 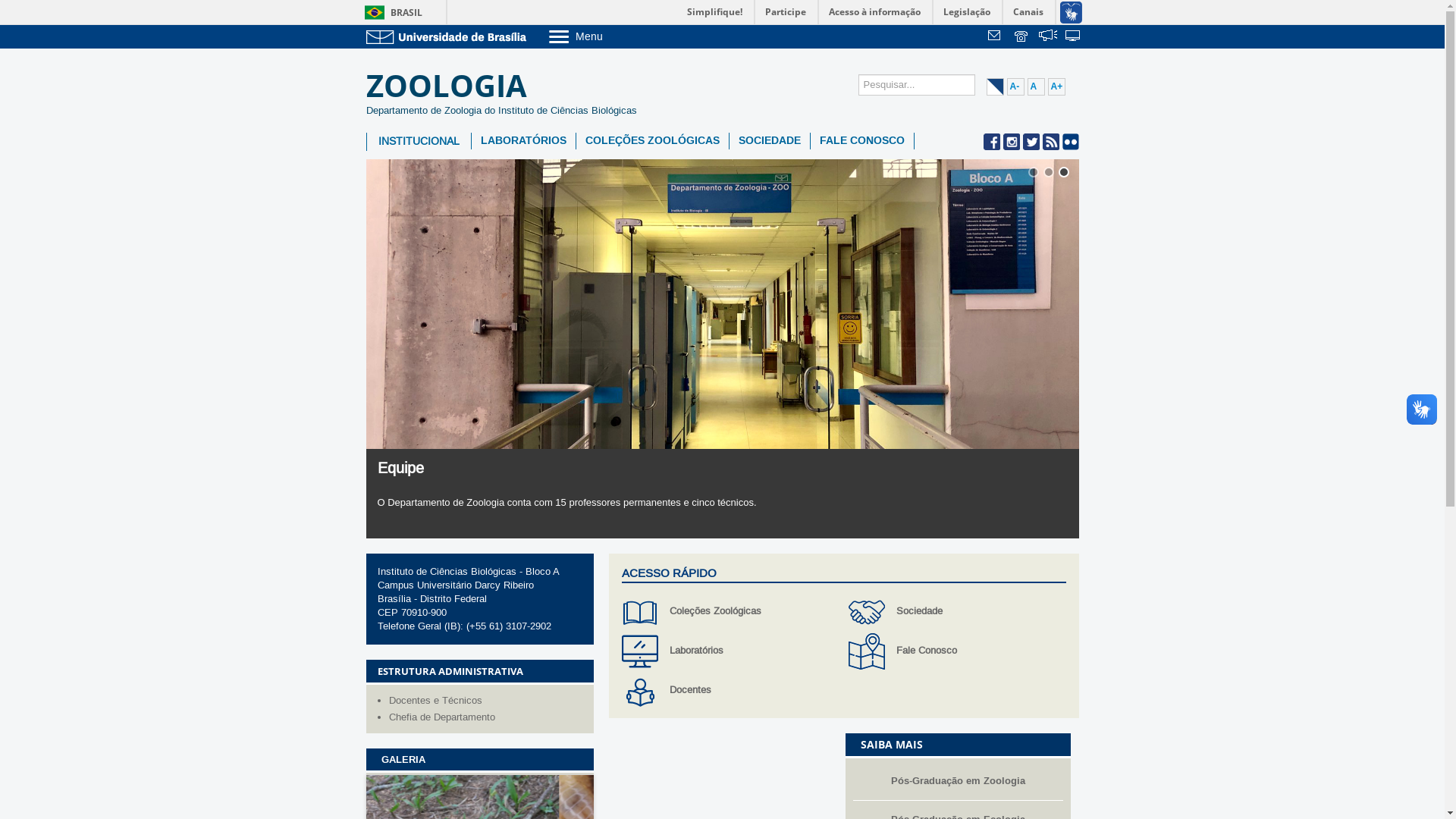 What do you see at coordinates (730, 690) in the screenshot?
I see `'Docentes'` at bounding box center [730, 690].